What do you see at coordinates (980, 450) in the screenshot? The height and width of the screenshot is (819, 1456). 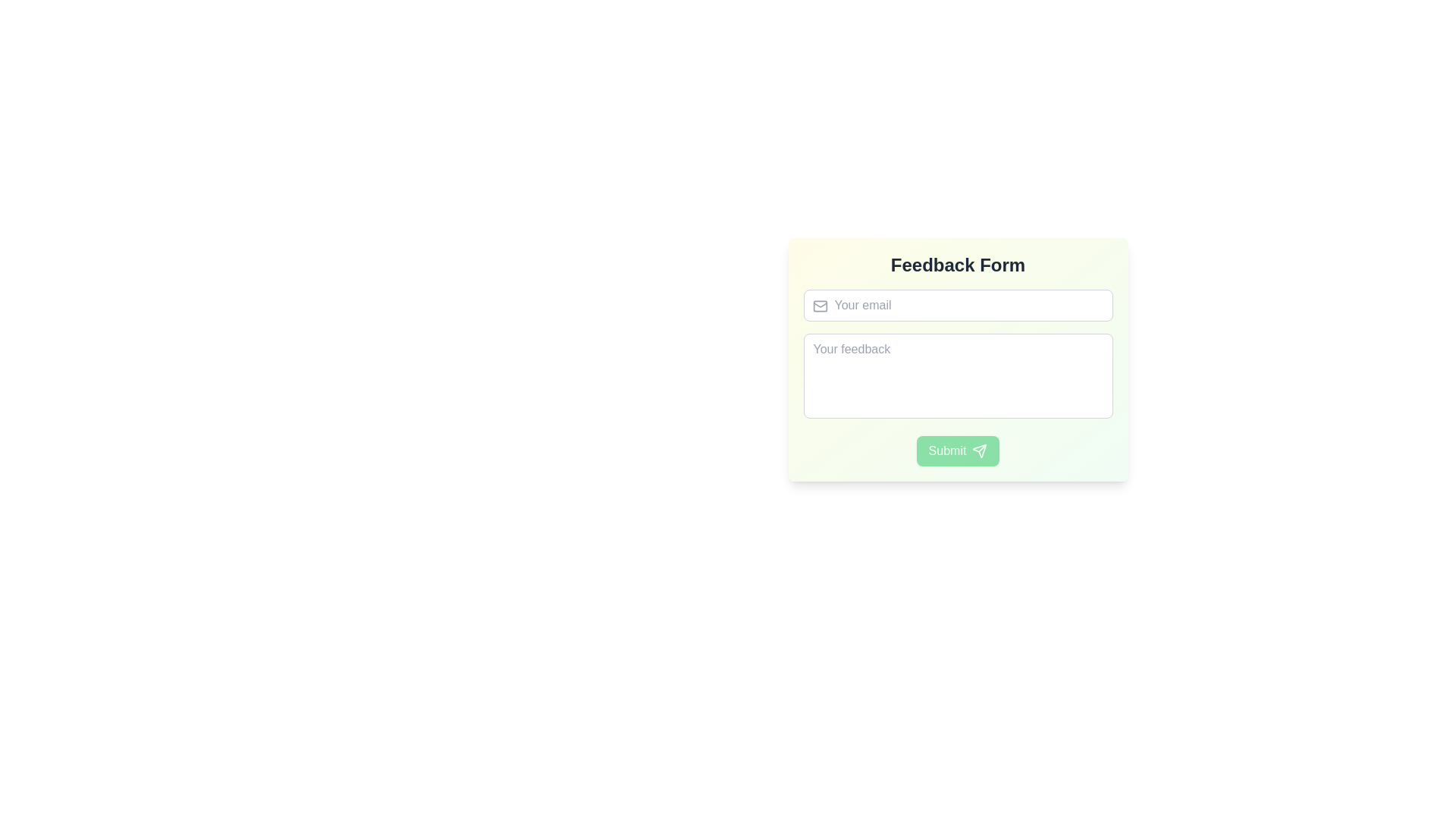 I see `the upward arrow icon located on the right side of the 'Submit' button` at bounding box center [980, 450].